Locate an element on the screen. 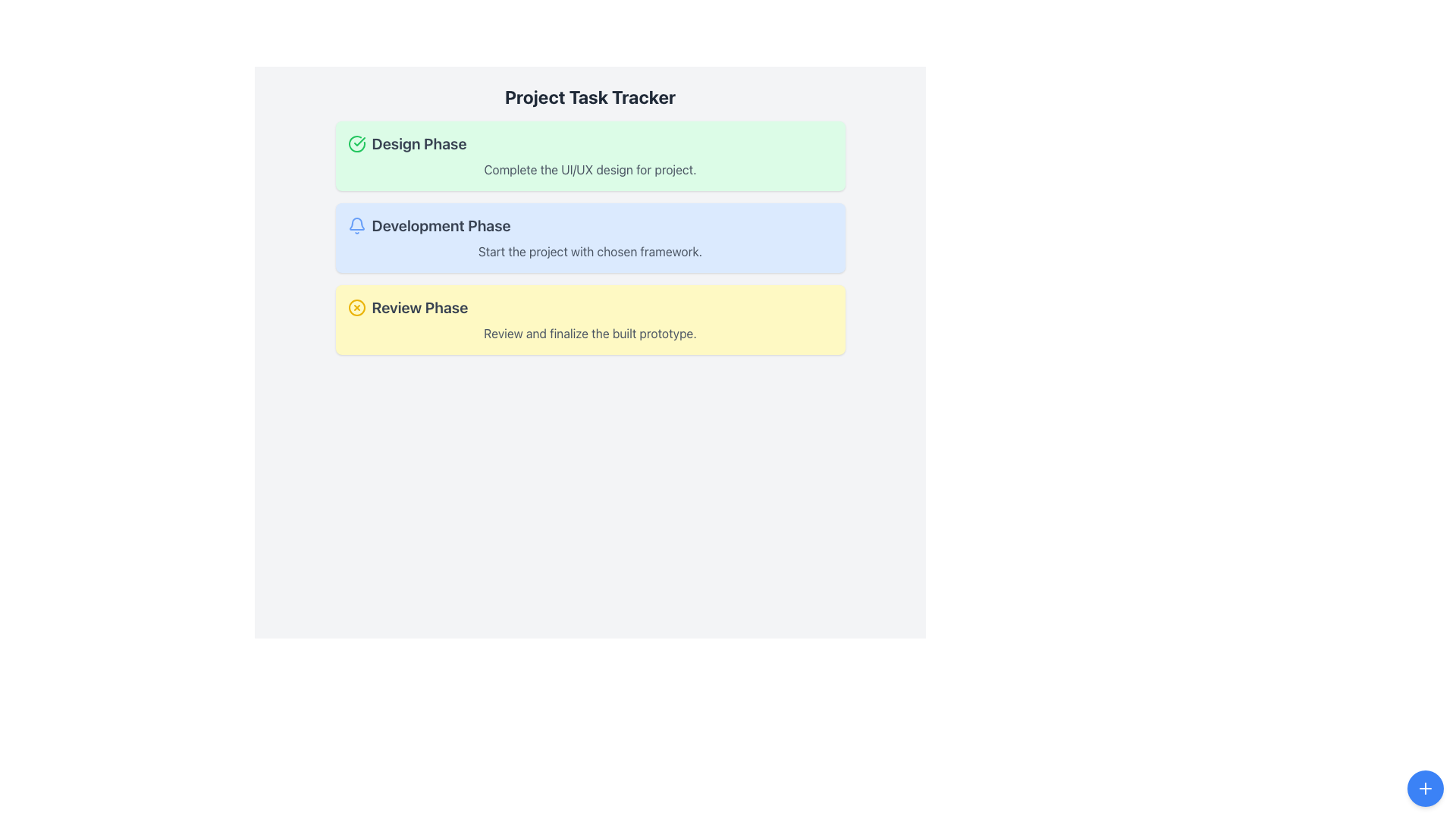 The image size is (1456, 819). the graphical properties of the decorative or status-indicating icon located in the 'Review Phase' section, adjacent to the text label 'Review Phase' is located at coordinates (356, 307).